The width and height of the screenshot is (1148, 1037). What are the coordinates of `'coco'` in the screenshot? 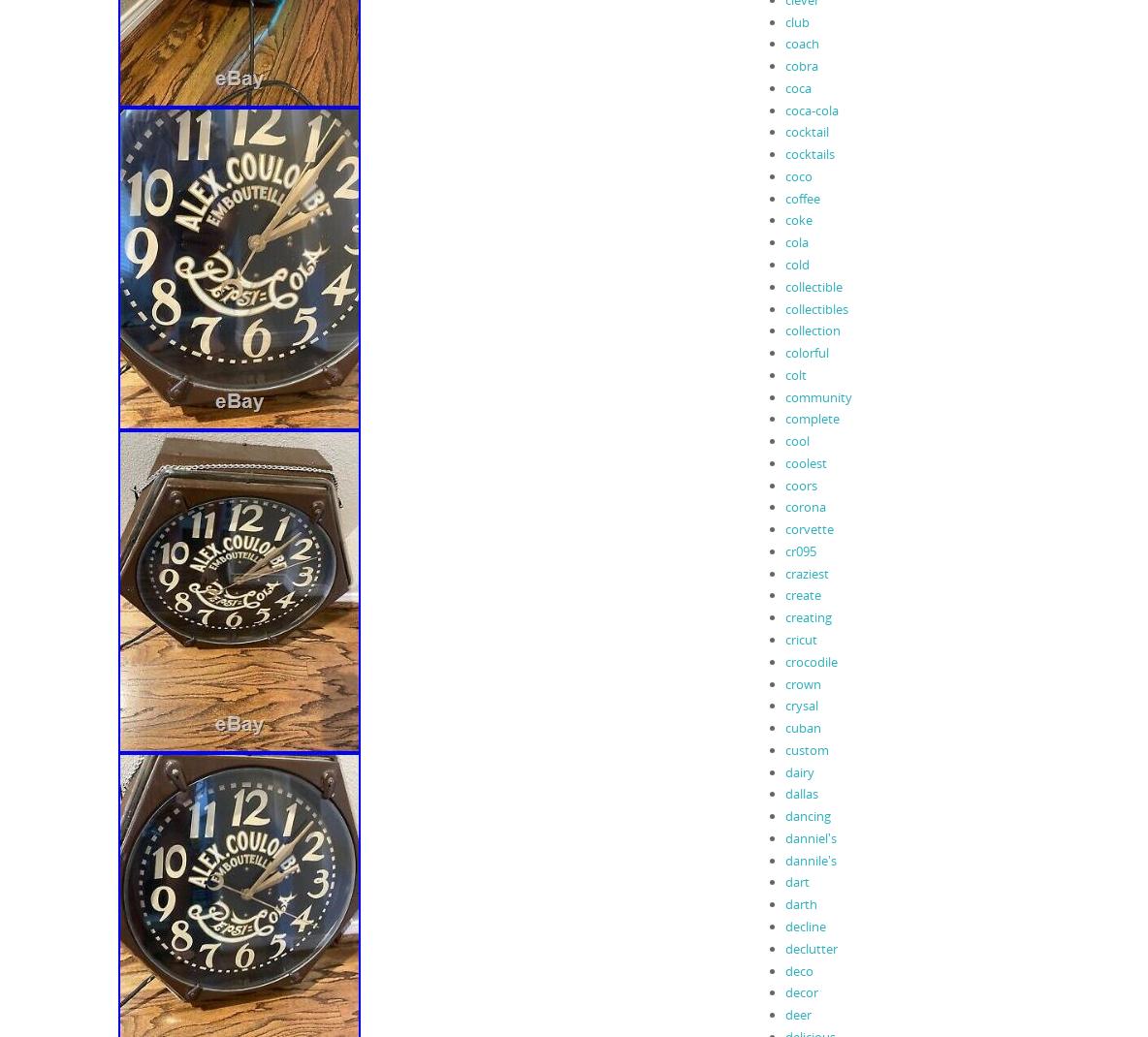 It's located at (783, 174).